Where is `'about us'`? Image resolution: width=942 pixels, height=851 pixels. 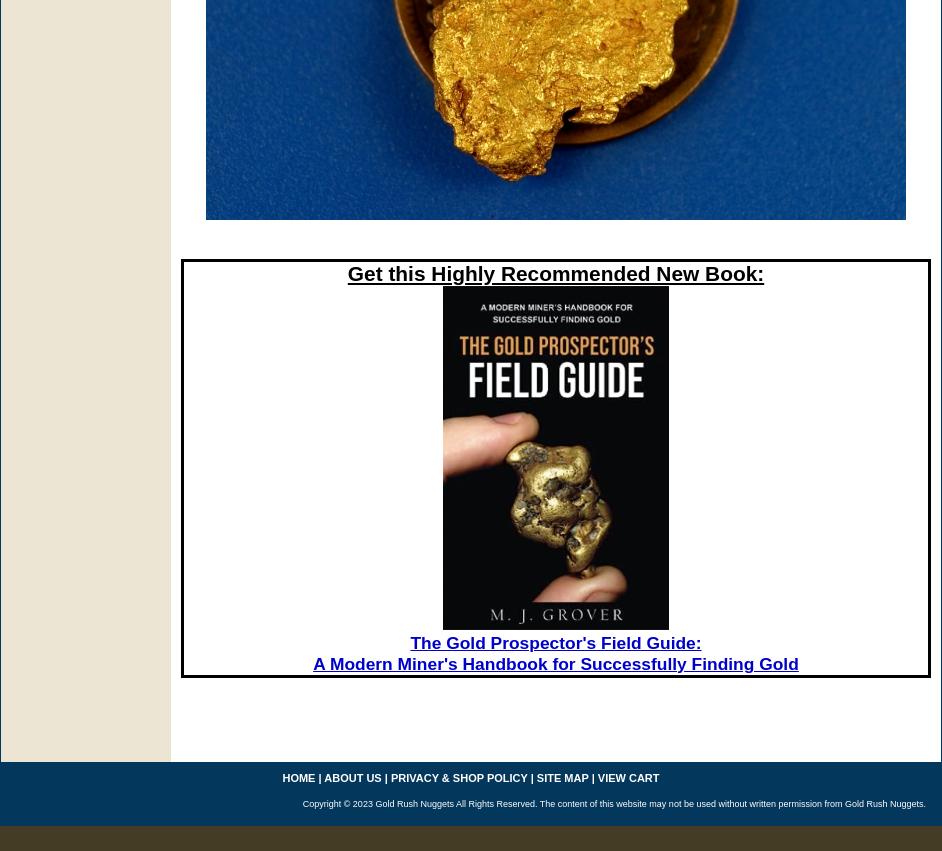
'about us' is located at coordinates (323, 776).